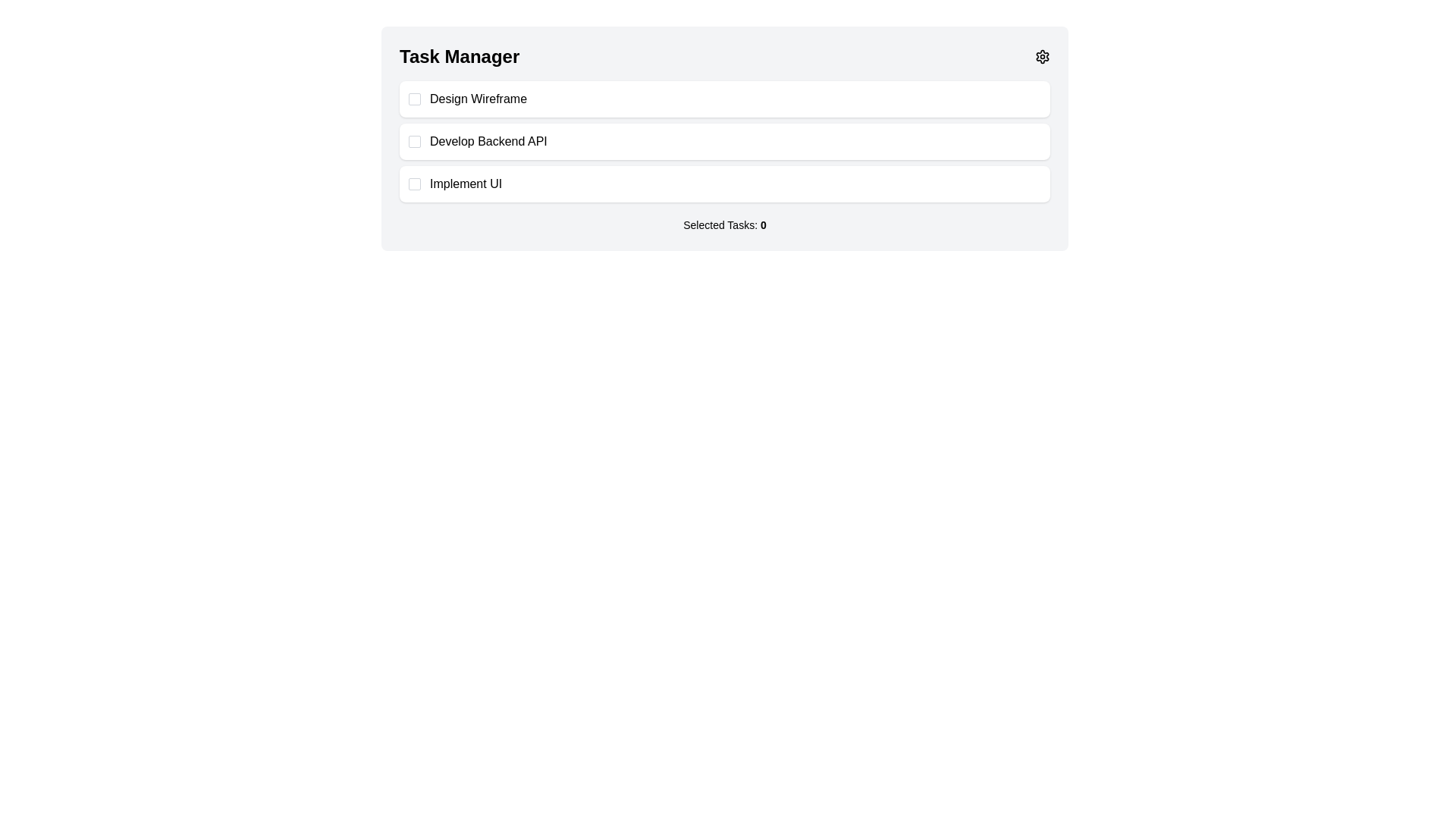  I want to click on displayed text '0' from the numeric element located within the line 'Selected Tasks: 0' at the bottom of the Task Manager section, so click(763, 225).